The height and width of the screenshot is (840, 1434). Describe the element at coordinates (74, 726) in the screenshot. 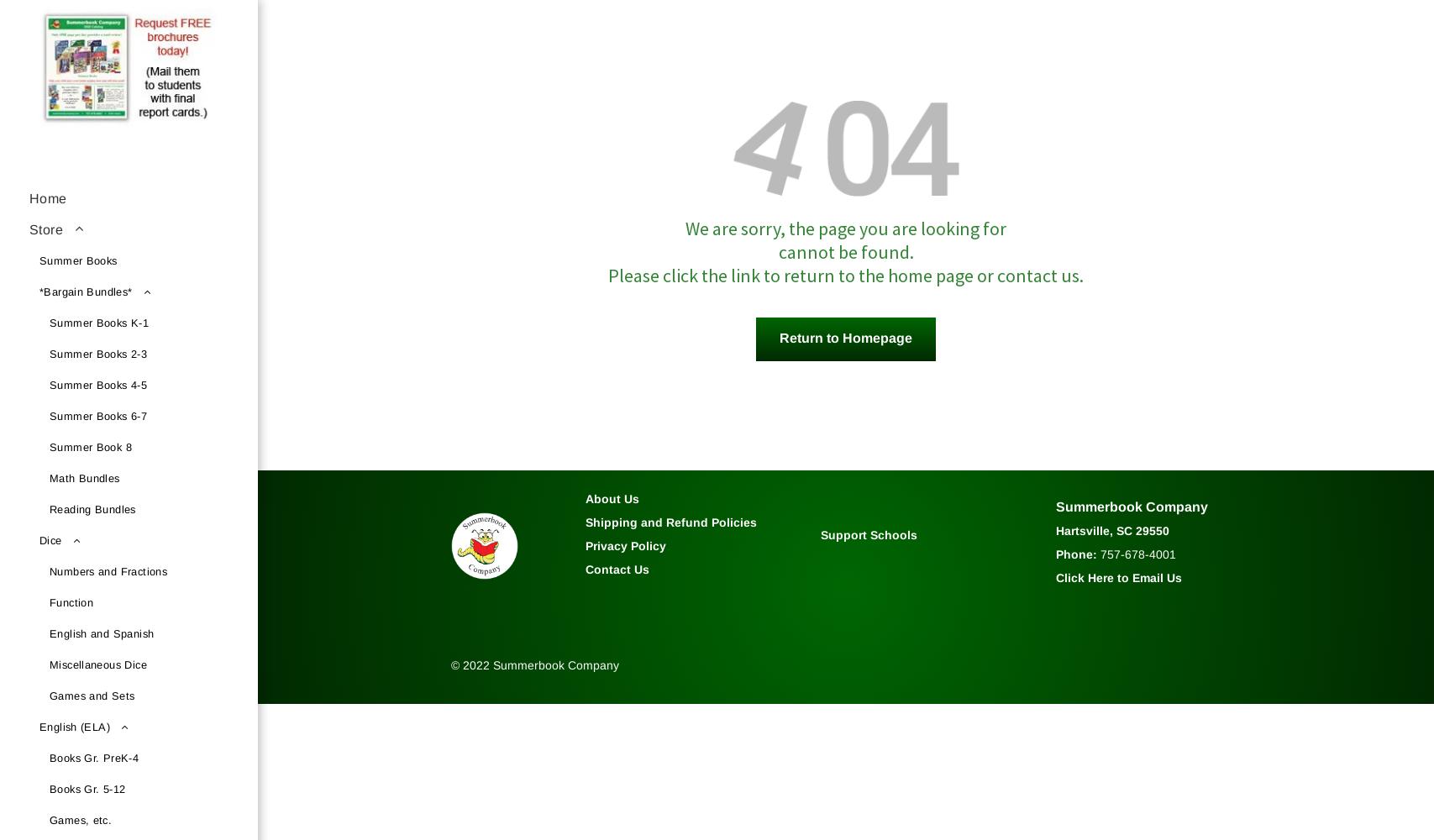

I see `'English (ELA)'` at that location.